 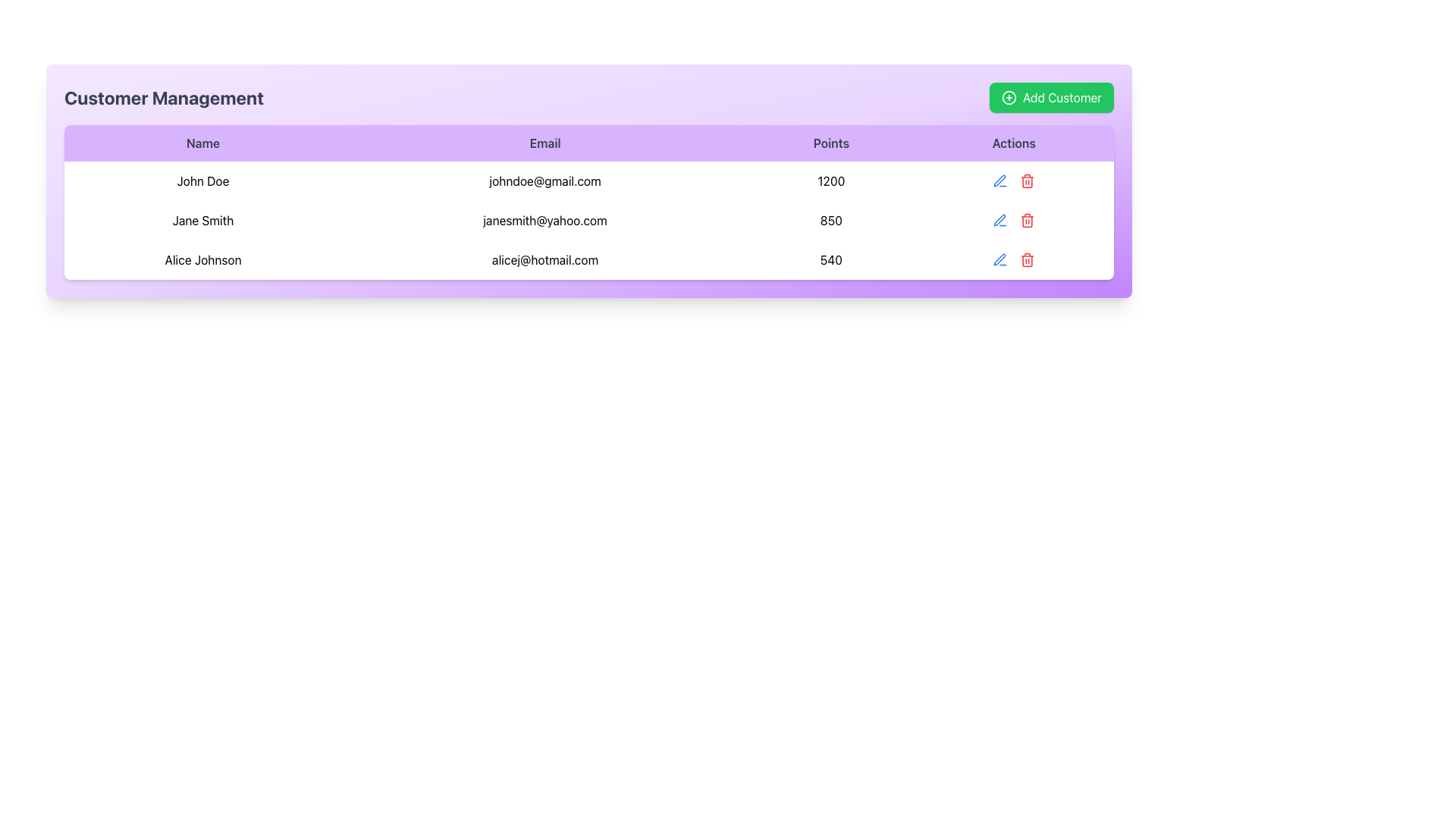 I want to click on the red trash bin icon button, which is the third action button in the last row under the 'Actions' column for user 'Alice Johnson', so click(x=1028, y=259).